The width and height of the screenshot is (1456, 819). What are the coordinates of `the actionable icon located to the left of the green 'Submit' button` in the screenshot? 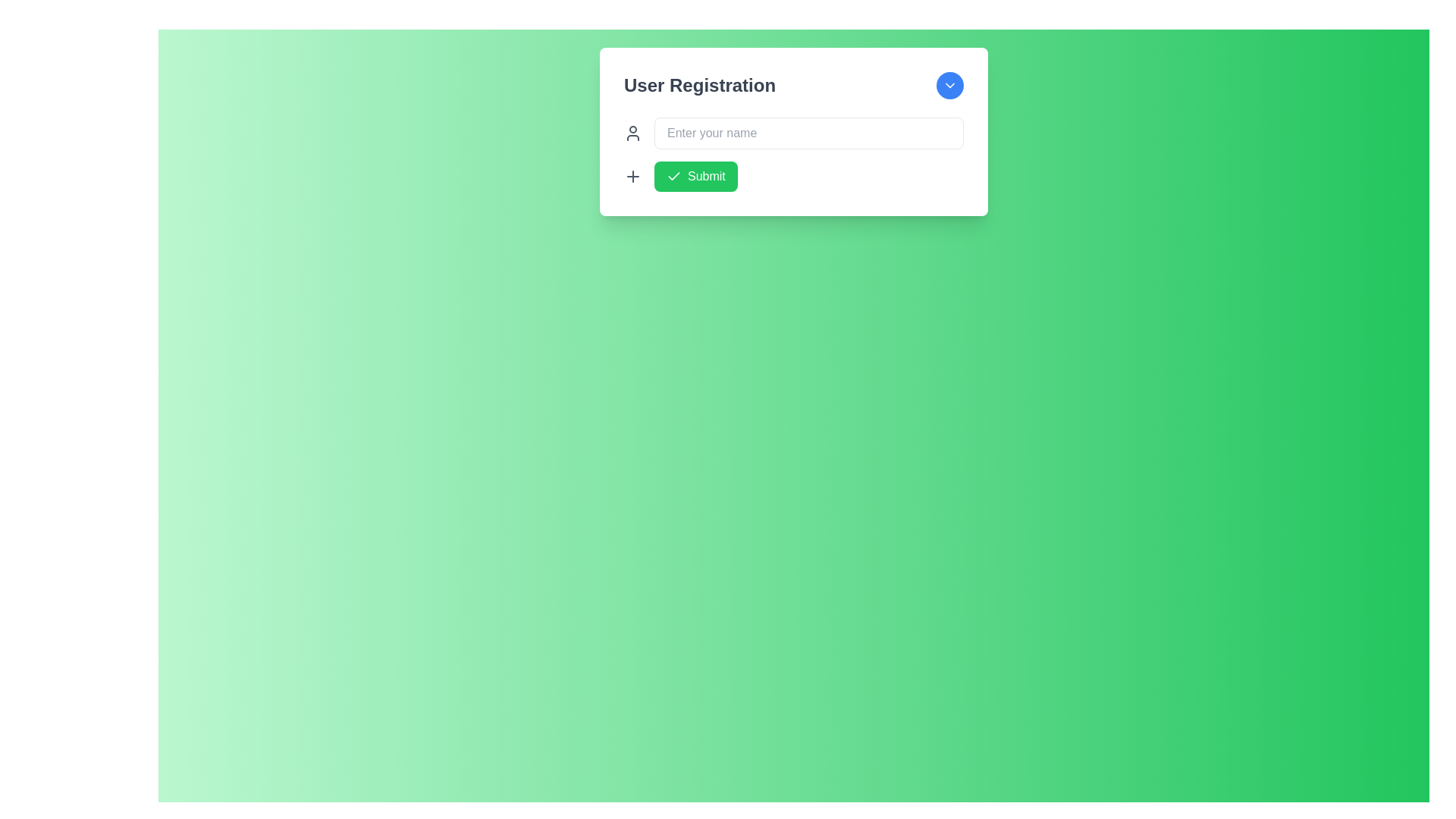 It's located at (633, 175).